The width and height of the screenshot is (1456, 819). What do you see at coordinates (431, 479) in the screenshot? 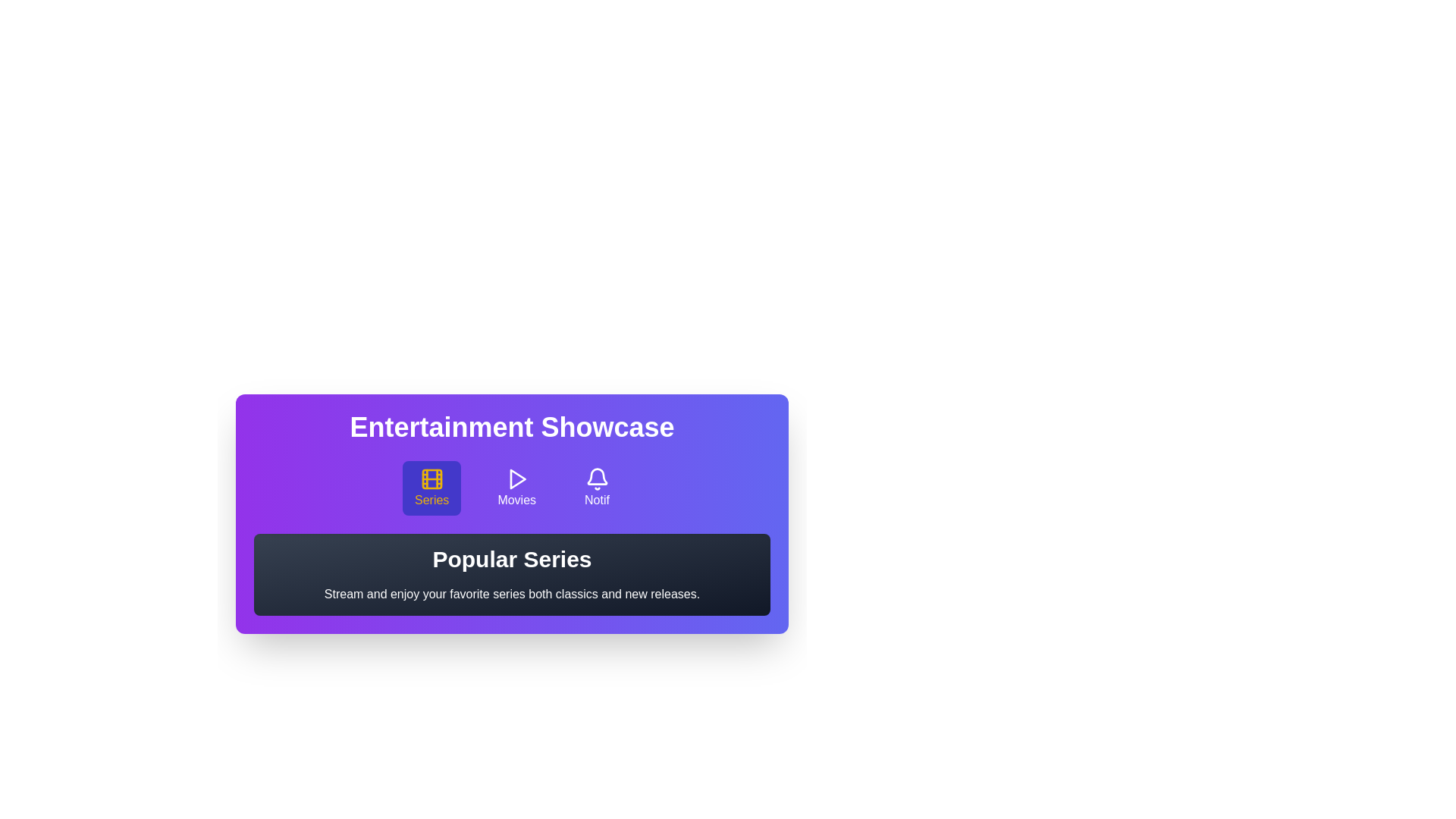
I see `small rounded rectangle element that resembles part of a film strip icon for debugging purposes` at bounding box center [431, 479].